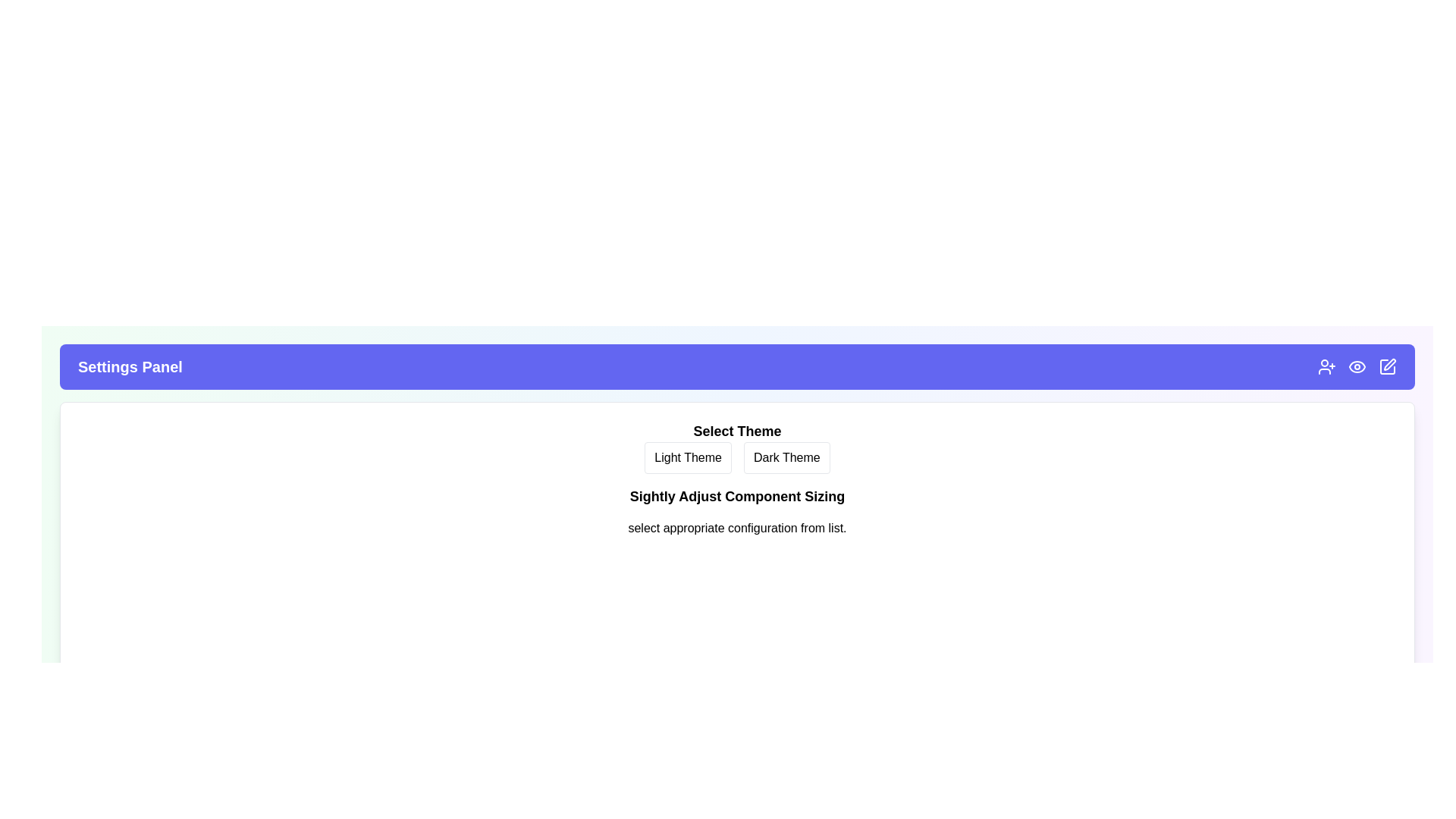 This screenshot has height=819, width=1456. Describe the element at coordinates (1390, 365) in the screenshot. I see `the graphic icon resembling a pen within a square located in the toolbar area, as it may trigger an action` at that location.